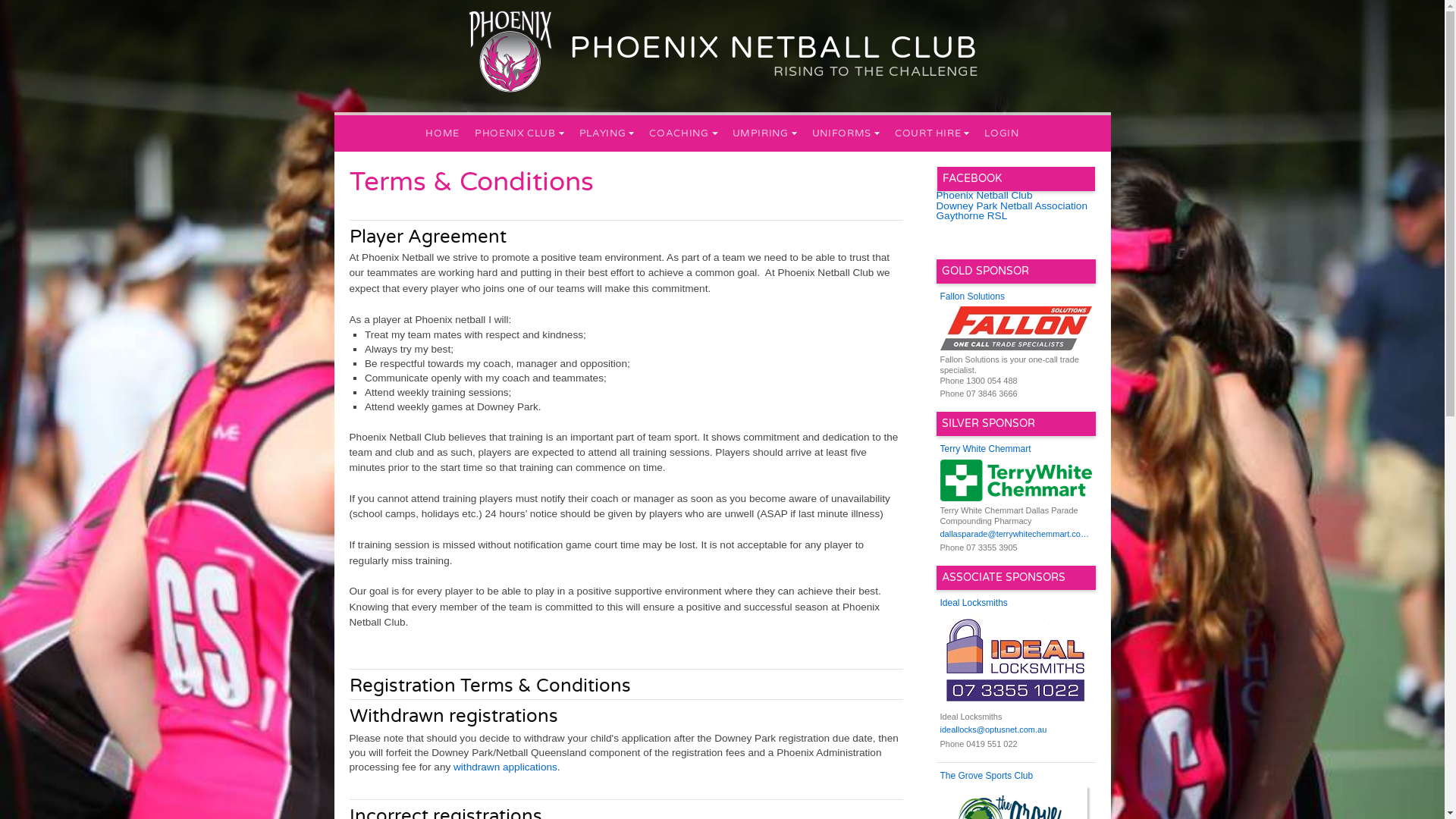 This screenshot has width=1456, height=819. What do you see at coordinates (1015, 297) in the screenshot?
I see `'Fallon Solutions'` at bounding box center [1015, 297].